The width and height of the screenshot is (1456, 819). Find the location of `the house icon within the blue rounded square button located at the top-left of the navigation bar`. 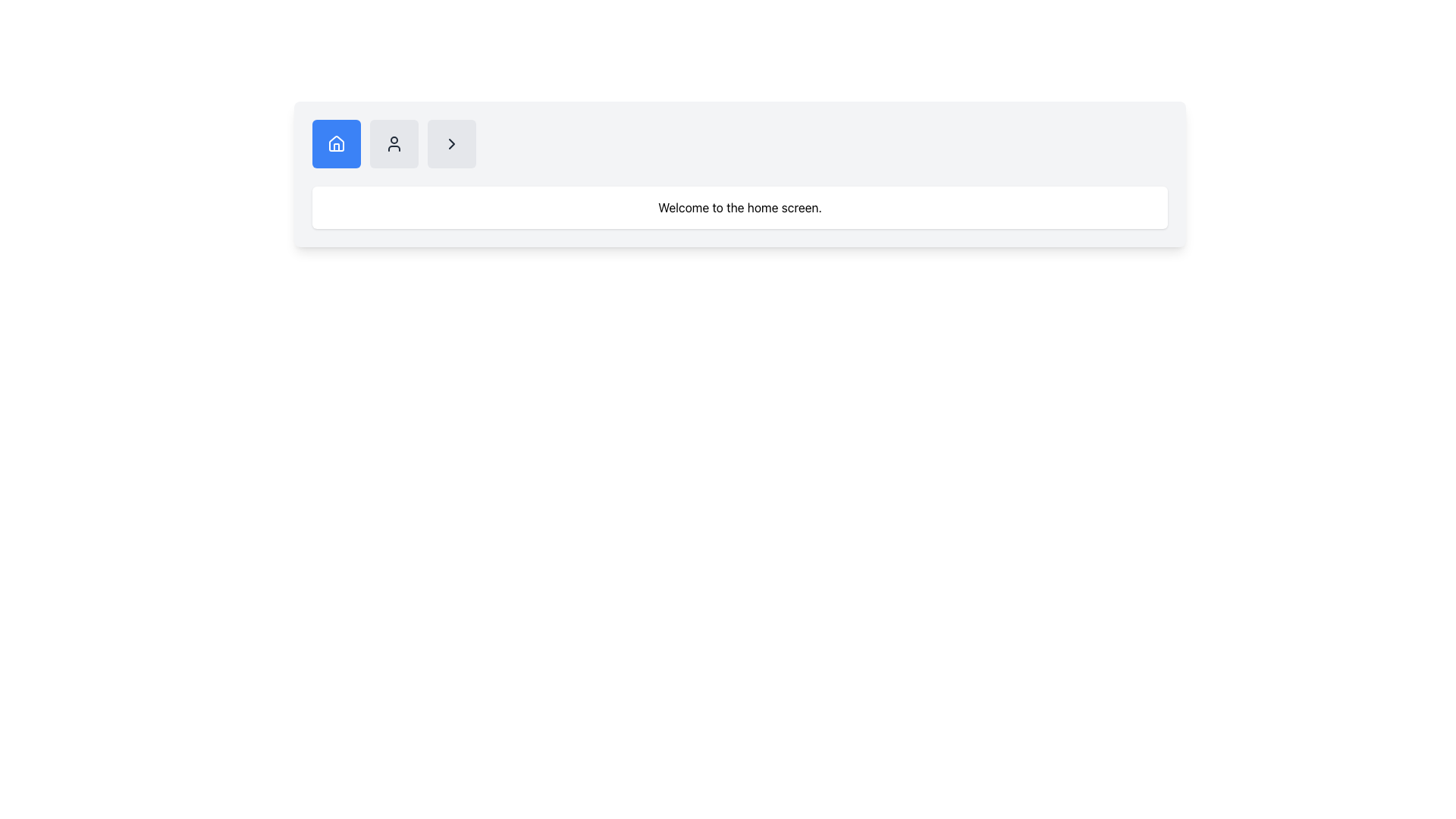

the house icon within the blue rounded square button located at the top-left of the navigation bar is located at coordinates (336, 143).